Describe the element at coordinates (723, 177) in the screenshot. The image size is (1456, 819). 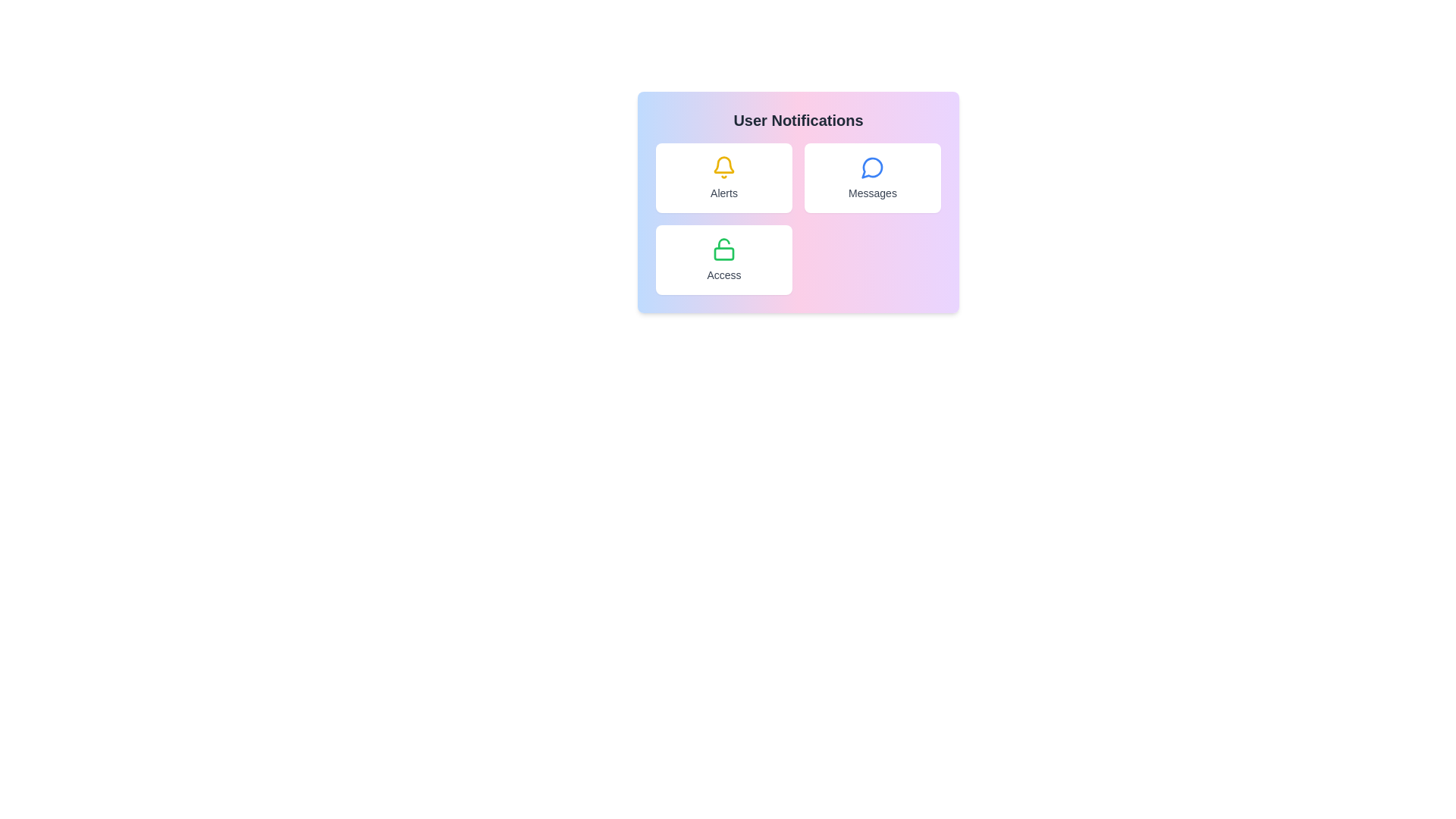
I see `the interactive button located in the top-left corner of the grid layout, which likely navigates to alerts or notifications` at that location.